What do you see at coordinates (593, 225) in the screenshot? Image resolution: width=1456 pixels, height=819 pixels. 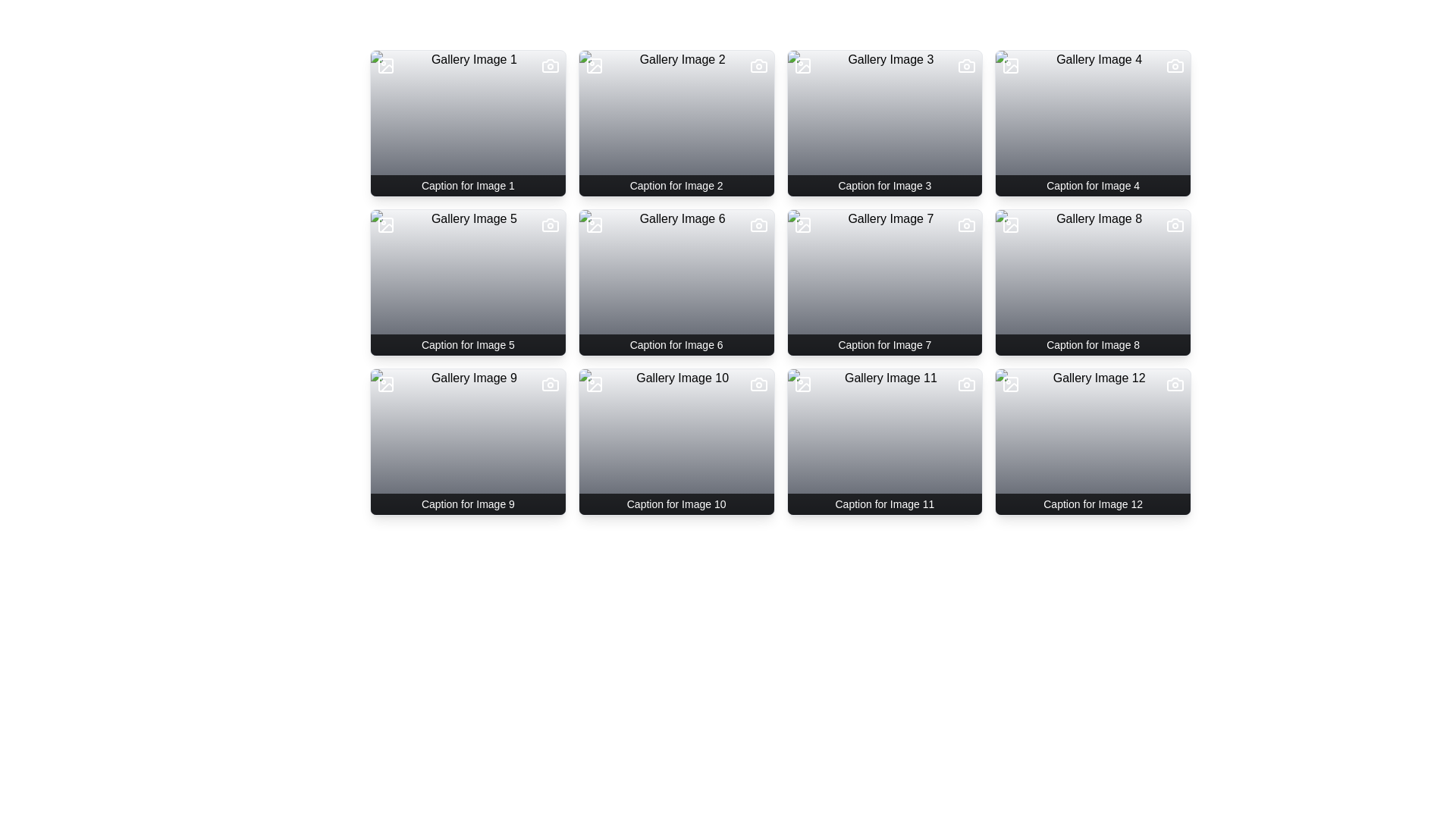 I see `the decorative rectangle that visually represents the image icon for 'Gallery Image 6' located in the second row, second column of the grid layout` at bounding box center [593, 225].